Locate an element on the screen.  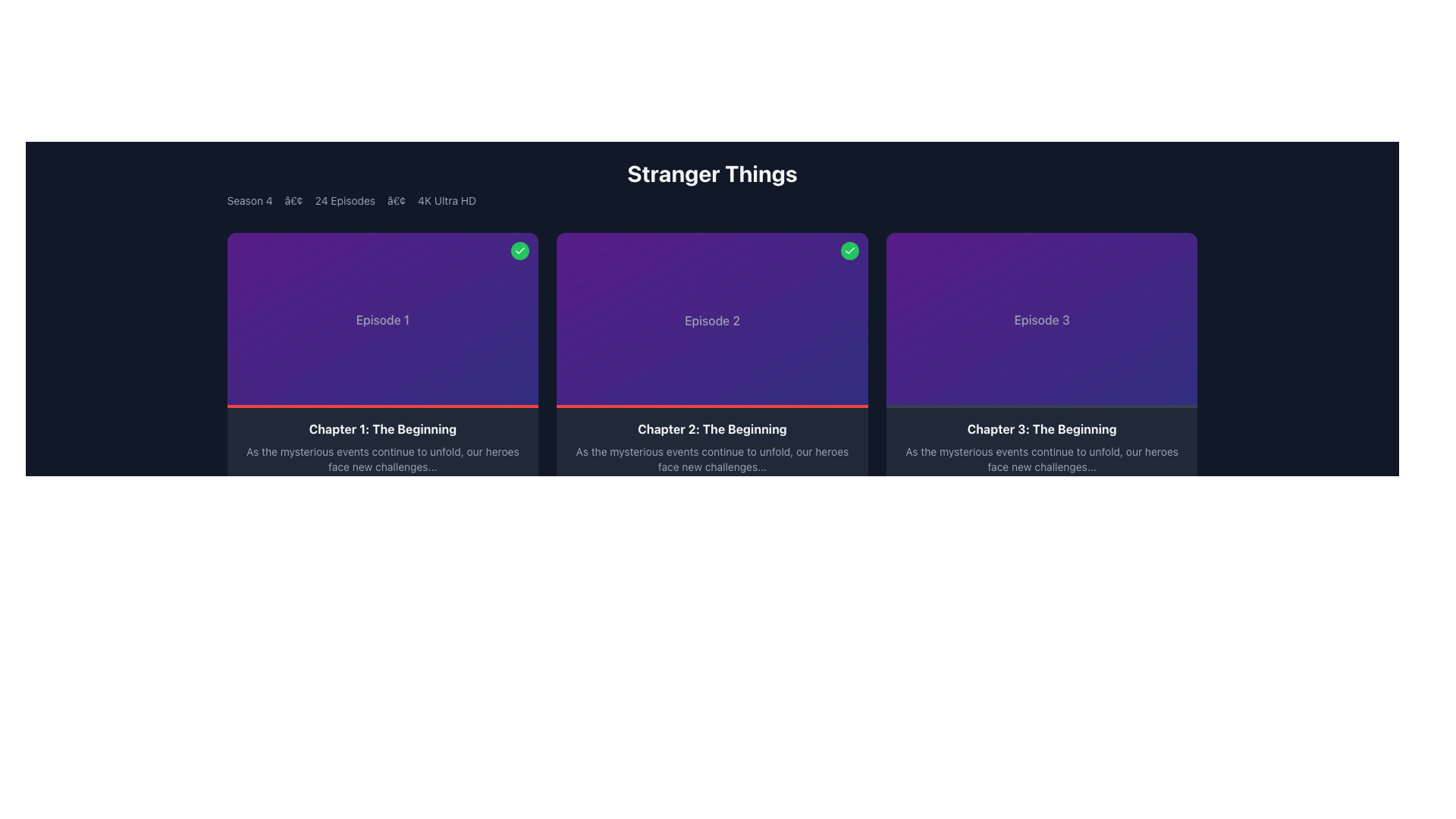
chapter title and description from the informational card section located at the bottom of the first card in a horizontally aligned list under the header 'Stranger Things' is located at coordinates (382, 464).